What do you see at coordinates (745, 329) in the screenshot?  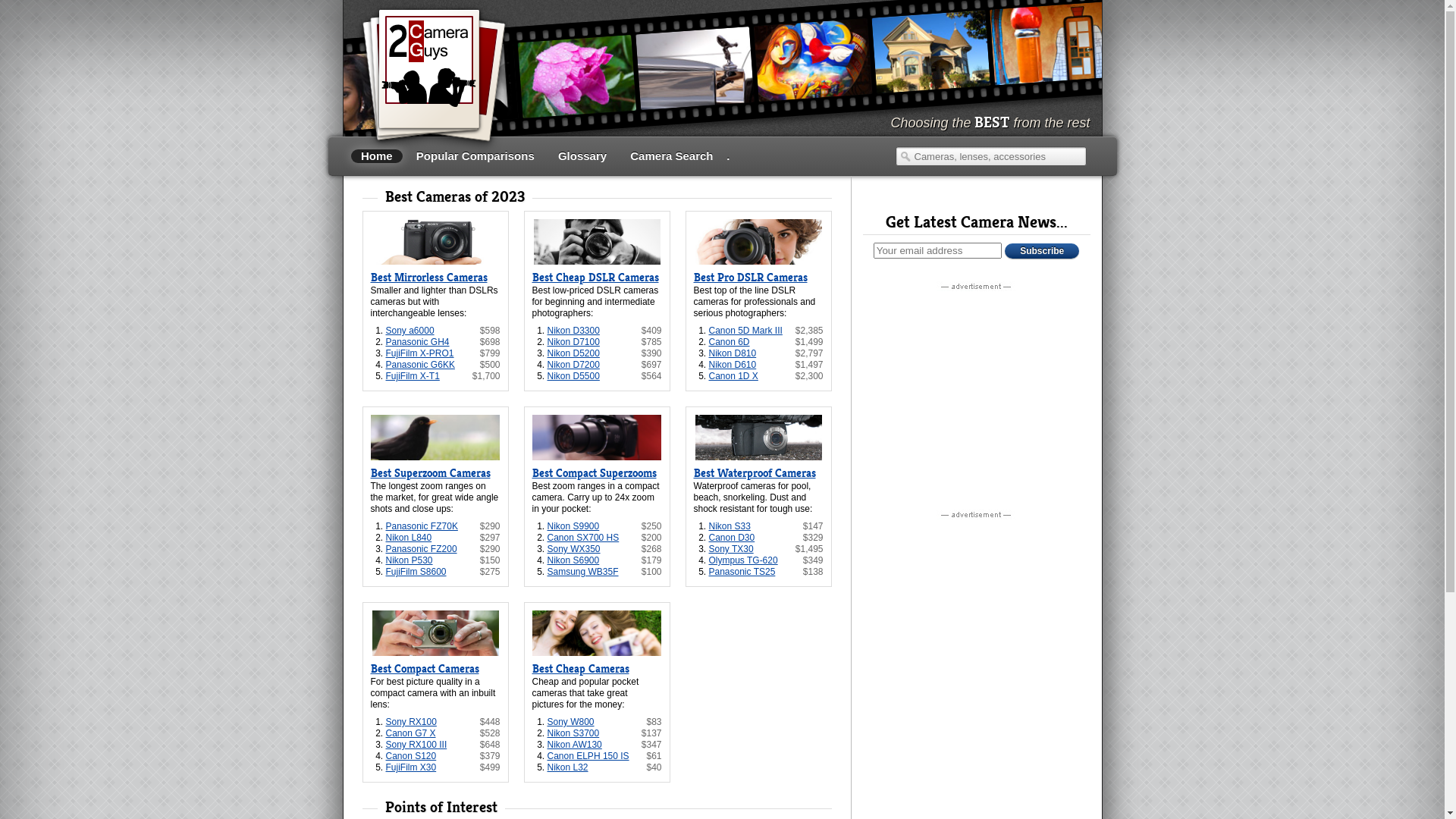 I see `'Canon 5D Mark III'` at bounding box center [745, 329].